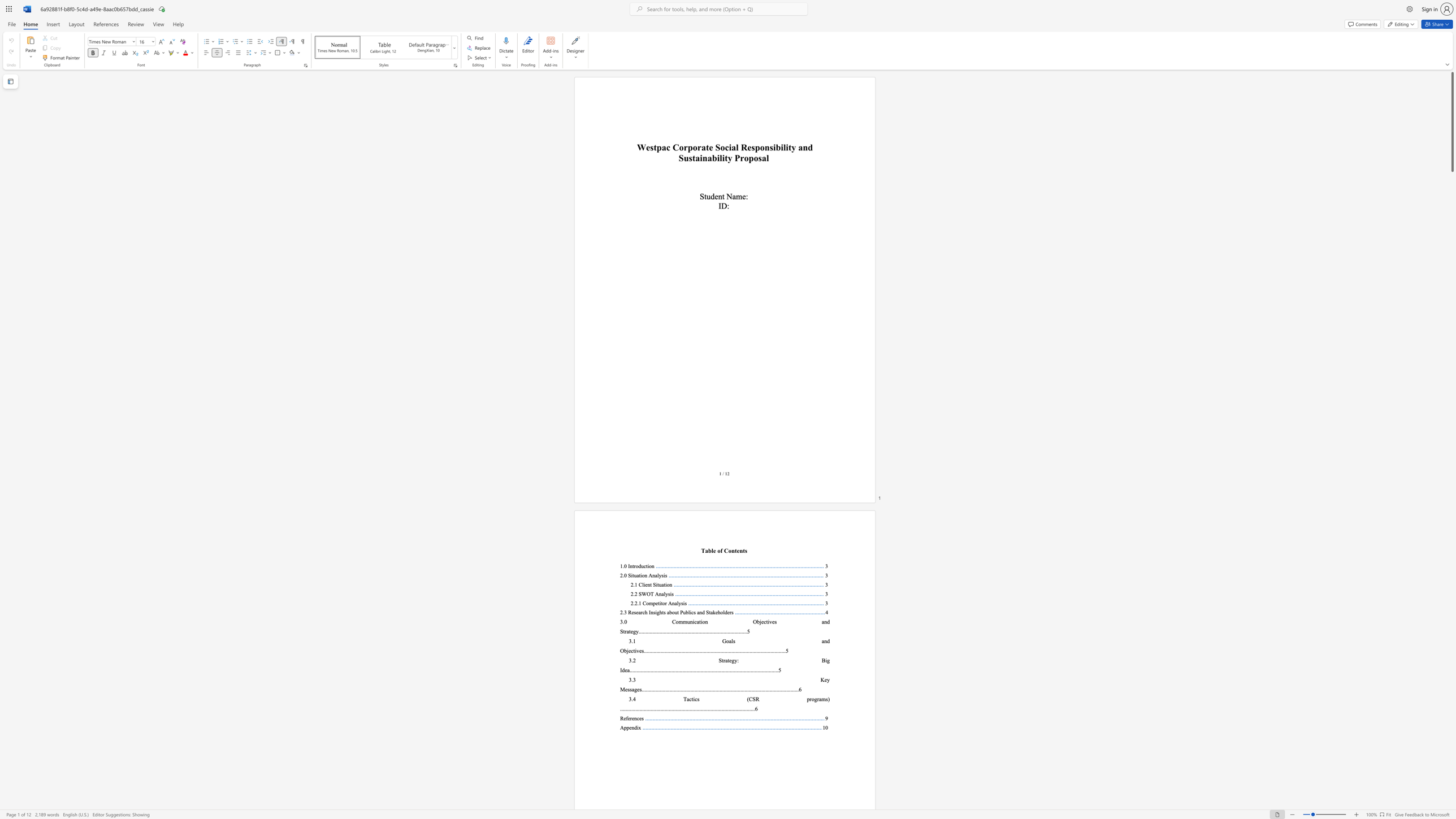  I want to click on the 1th character "s" in the text, so click(775, 621).